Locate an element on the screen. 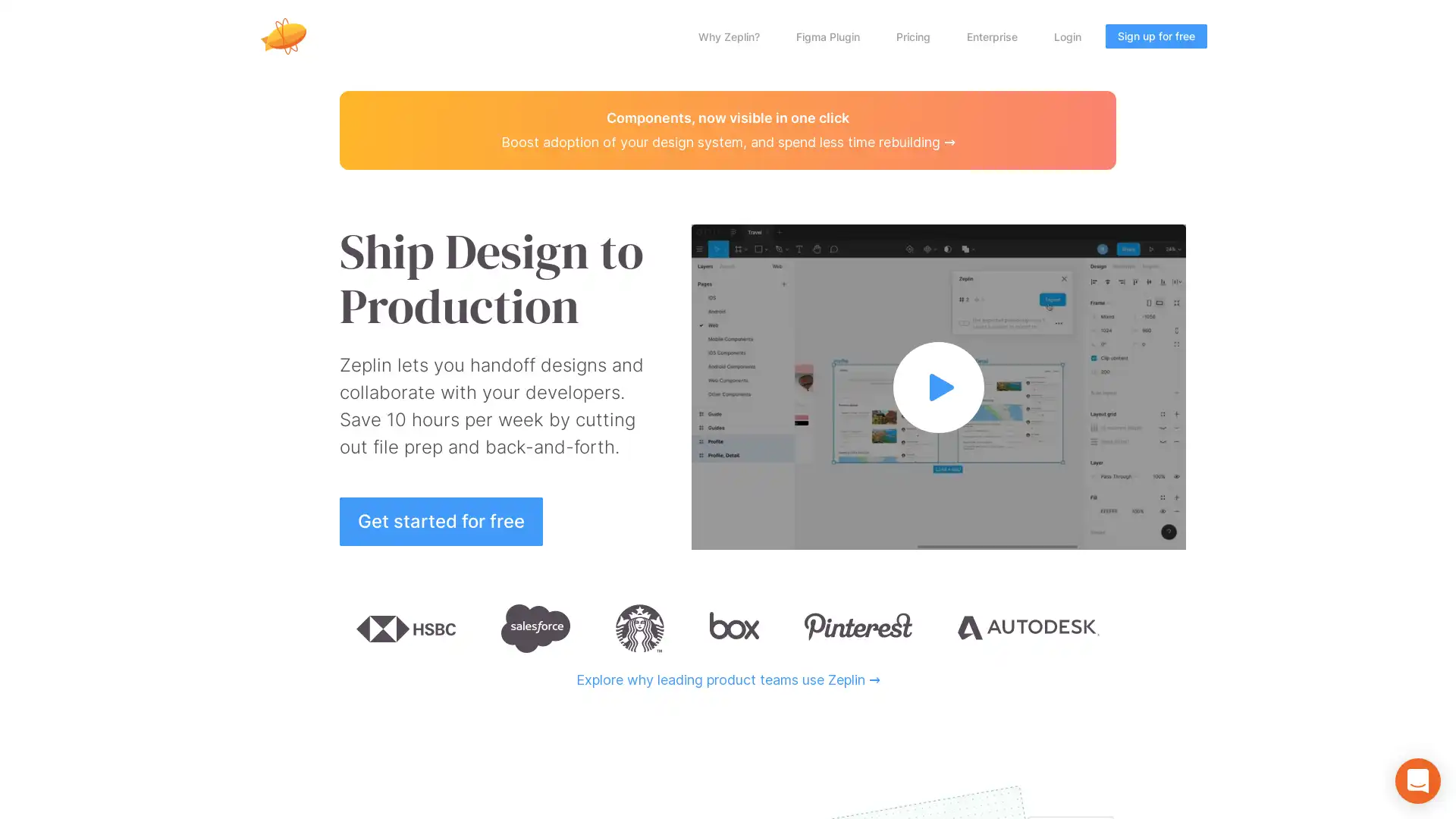 This screenshot has height=819, width=1456. Open Intercom Messenger is located at coordinates (1417, 780).